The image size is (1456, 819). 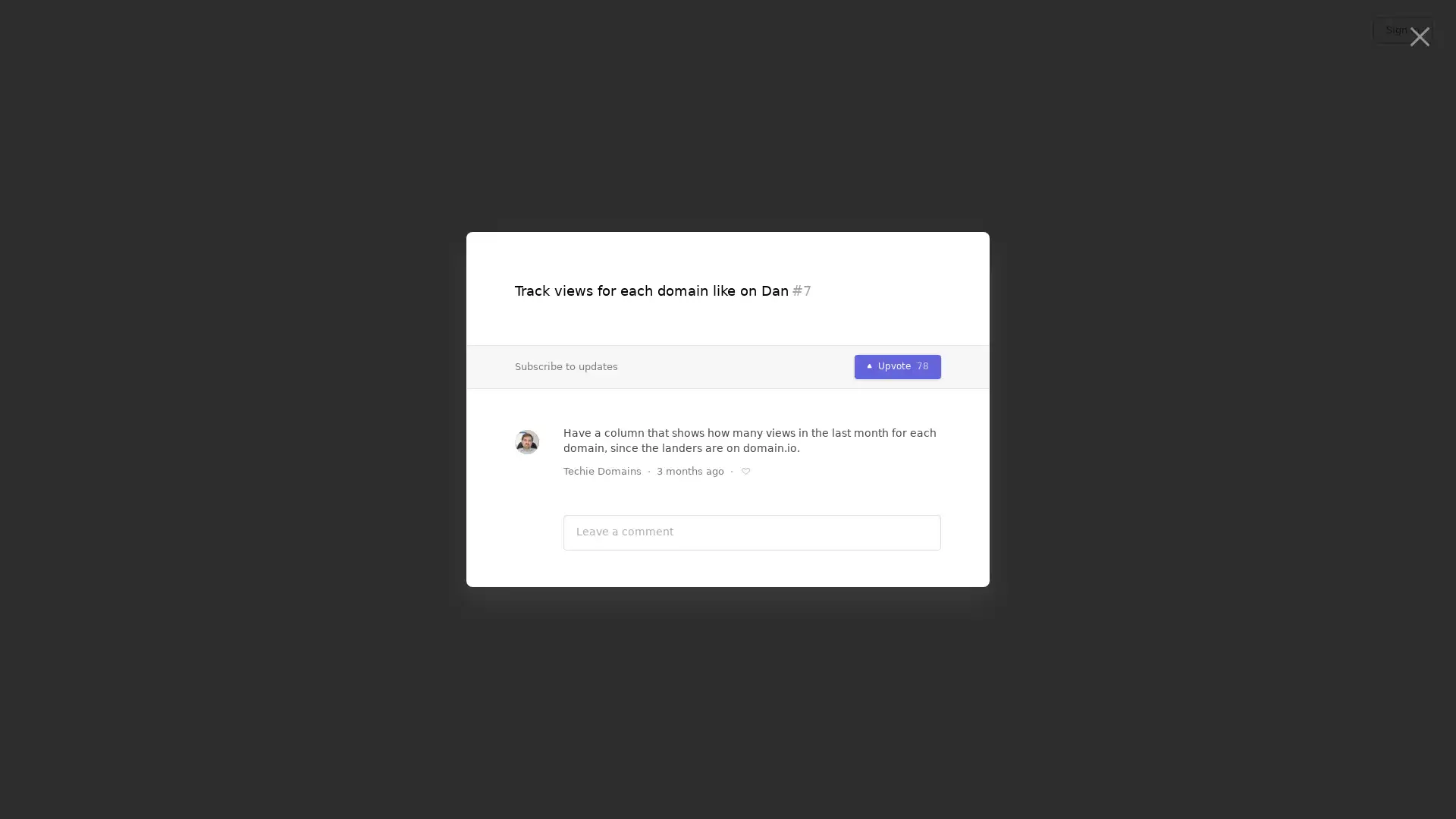 What do you see at coordinates (1401, 30) in the screenshot?
I see `Sign in` at bounding box center [1401, 30].